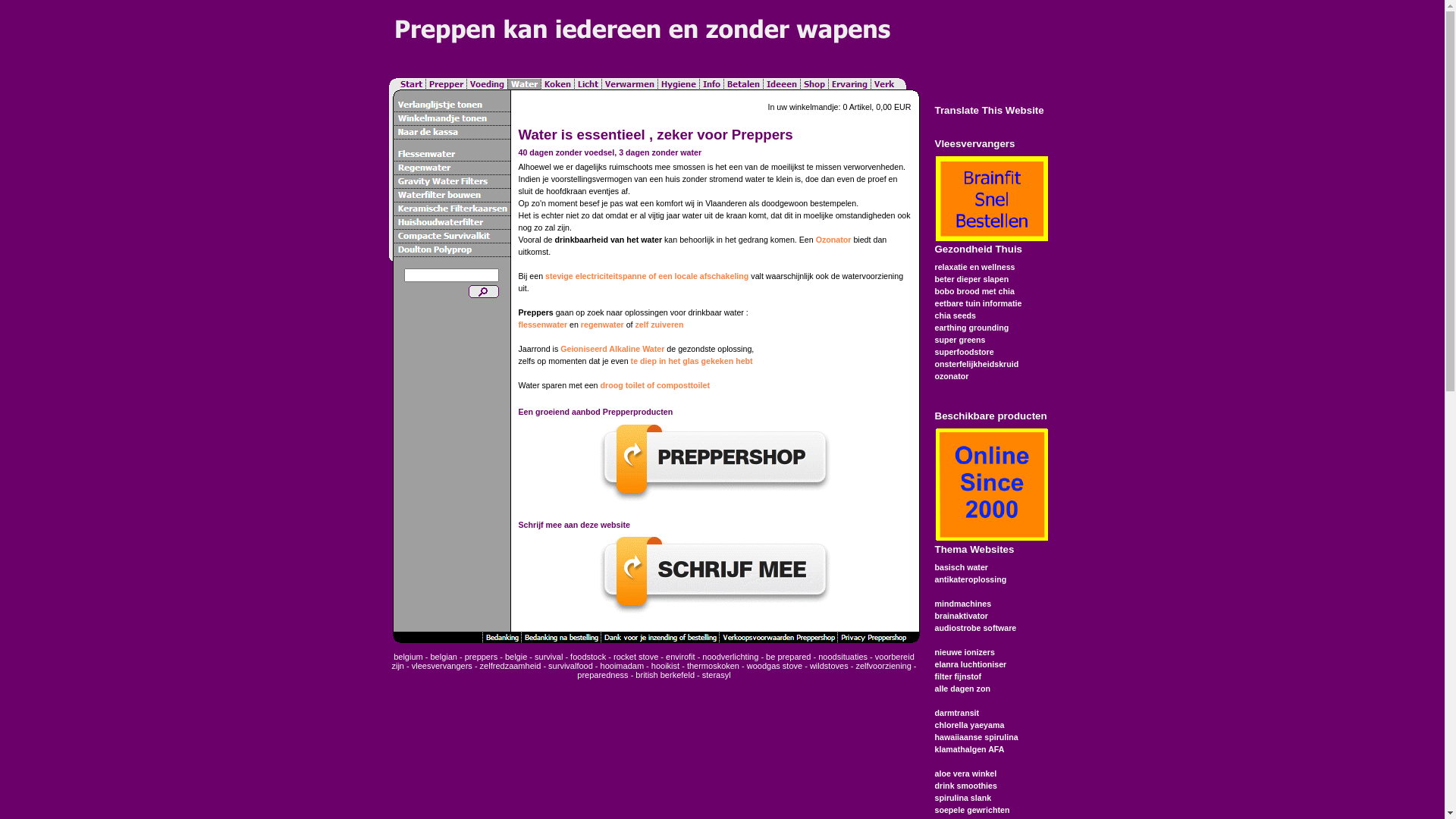 This screenshot has height=819, width=1456. What do you see at coordinates (977, 303) in the screenshot?
I see `'eetbare tuin informatie'` at bounding box center [977, 303].